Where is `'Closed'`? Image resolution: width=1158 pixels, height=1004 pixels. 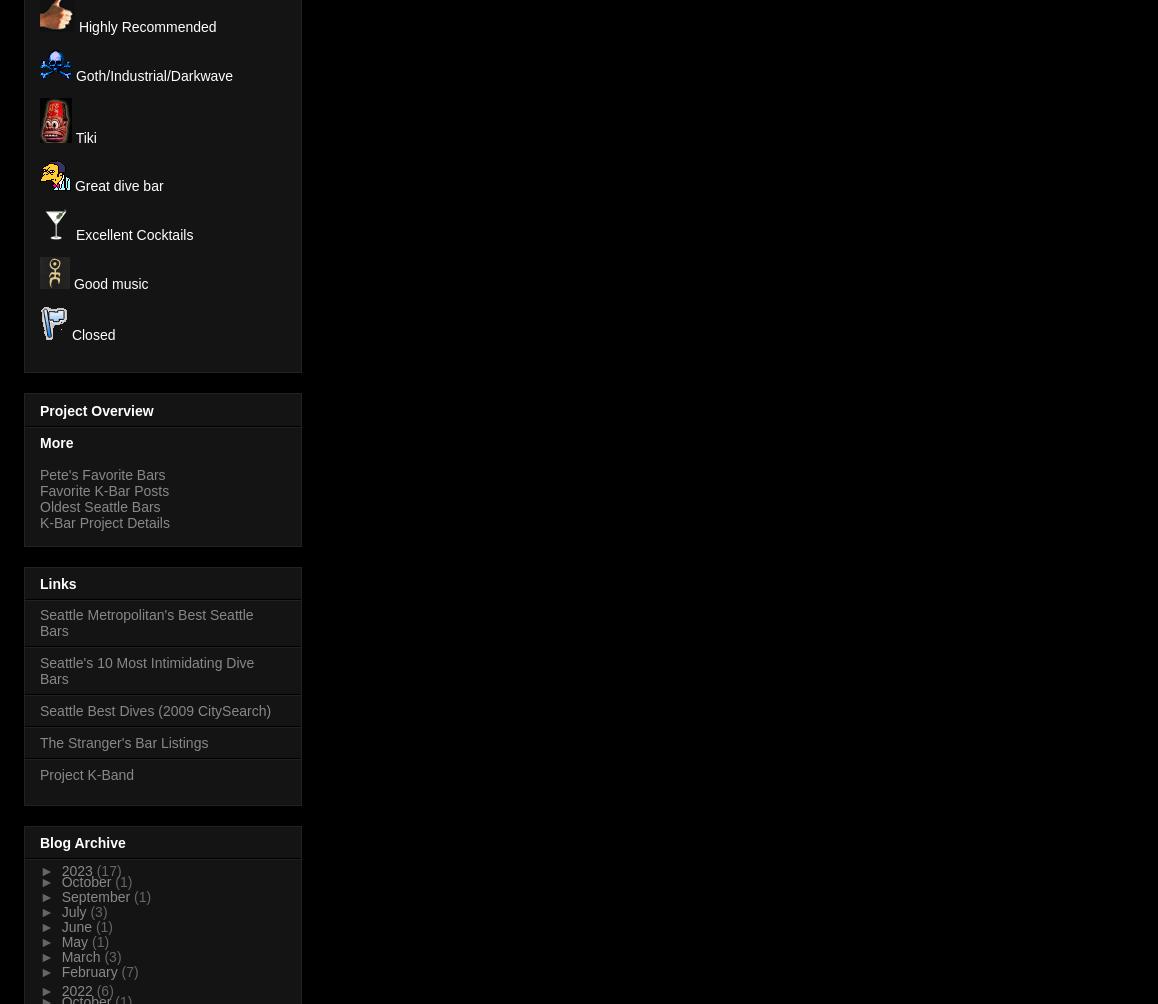 'Closed' is located at coordinates (91, 335).